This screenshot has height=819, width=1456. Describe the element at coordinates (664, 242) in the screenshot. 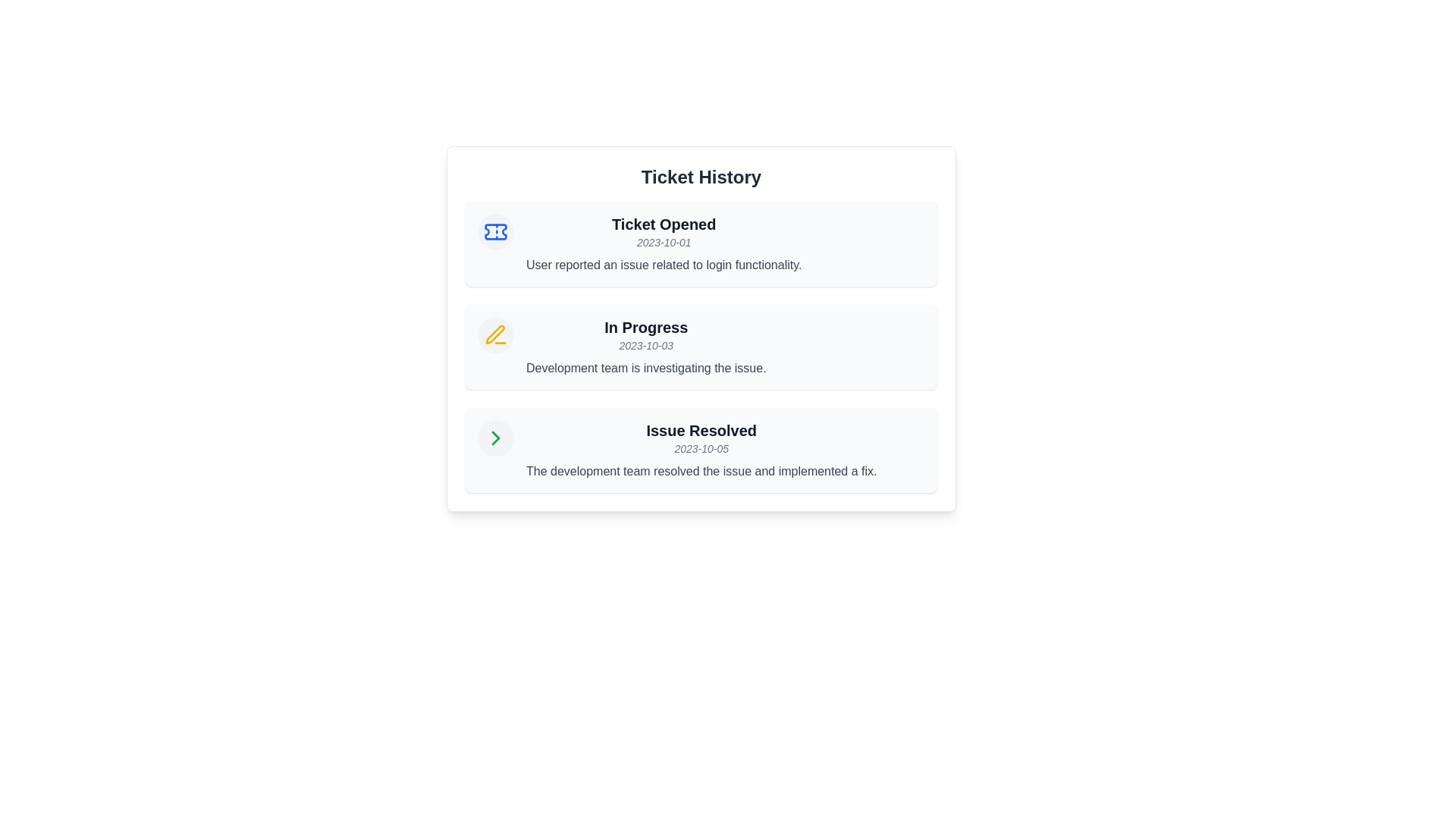

I see `the timestamp text indicating the date associated with the ticket creation event, located below the 'Ticket Opened' heading in the 'Ticket History' interface` at that location.